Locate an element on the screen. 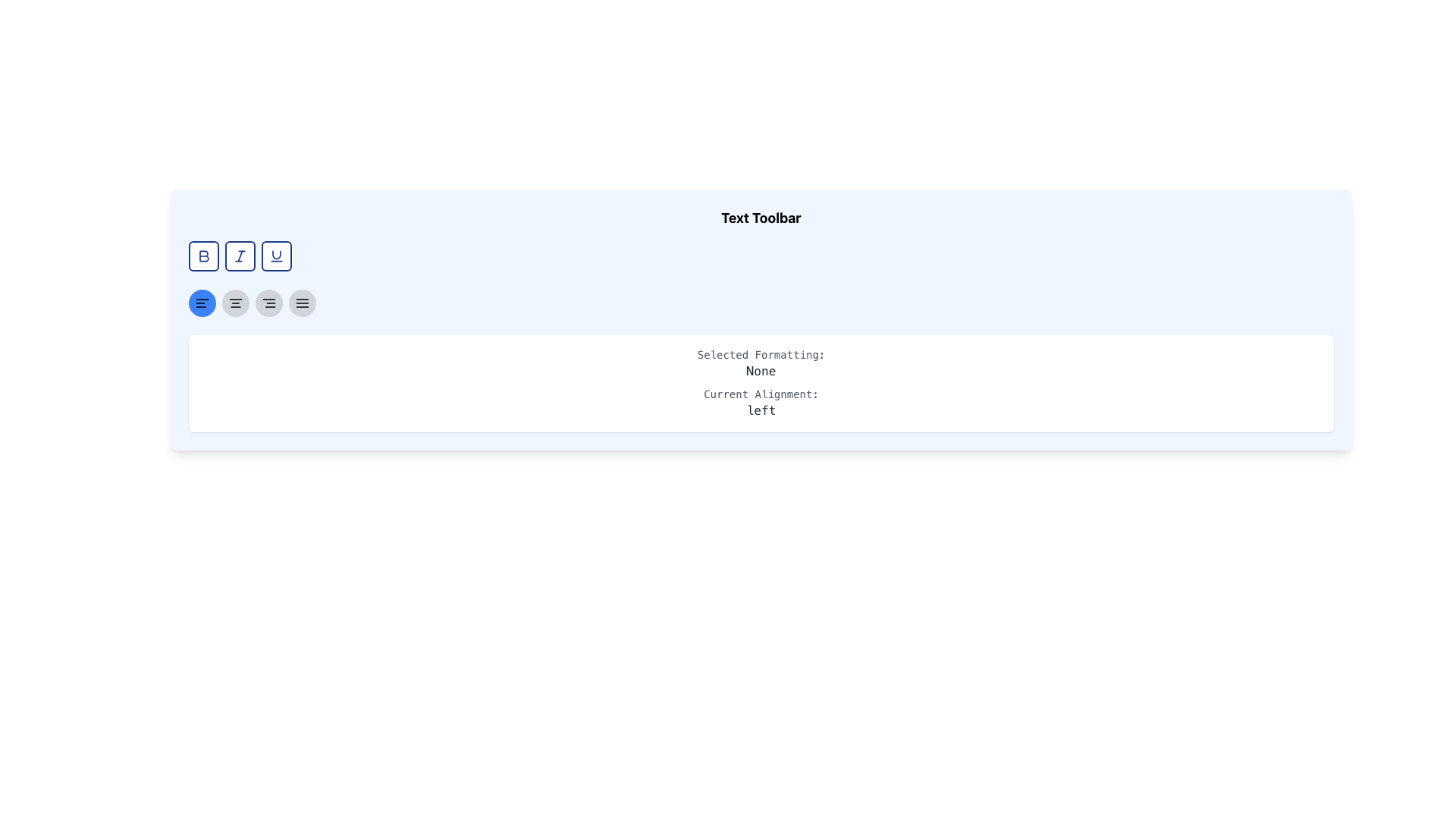 This screenshot has height=819, width=1456. the circular button with a light gray background and a centered icon representing 'justify text' alignment, which is the fifth button in the horizontal toolbar of alignment options is located at coordinates (302, 303).